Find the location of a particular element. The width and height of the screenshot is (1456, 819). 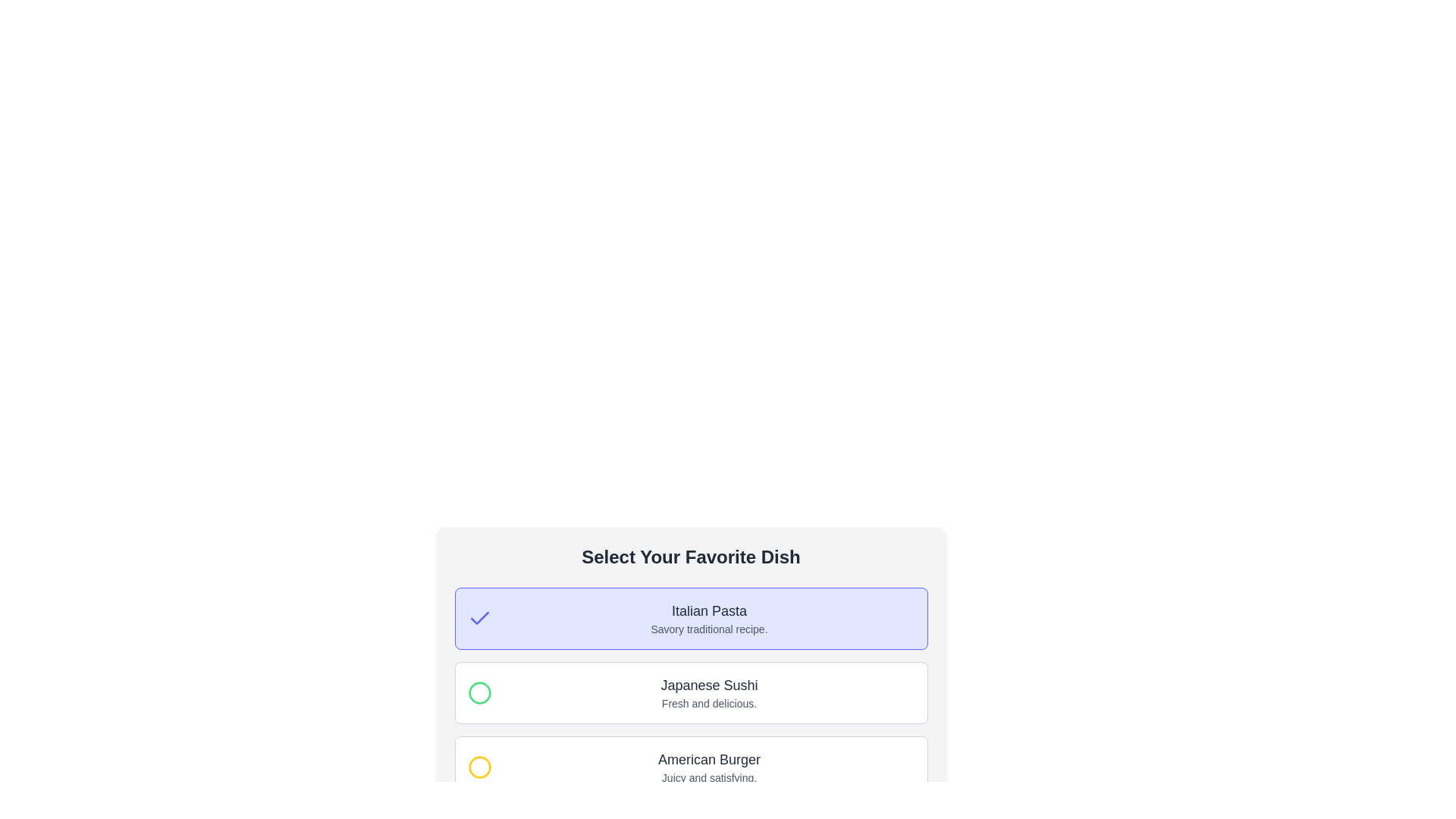

the selectable option for 'American Burger' located in the vertical list under 'Select Your Favorite Dish' is located at coordinates (690, 767).